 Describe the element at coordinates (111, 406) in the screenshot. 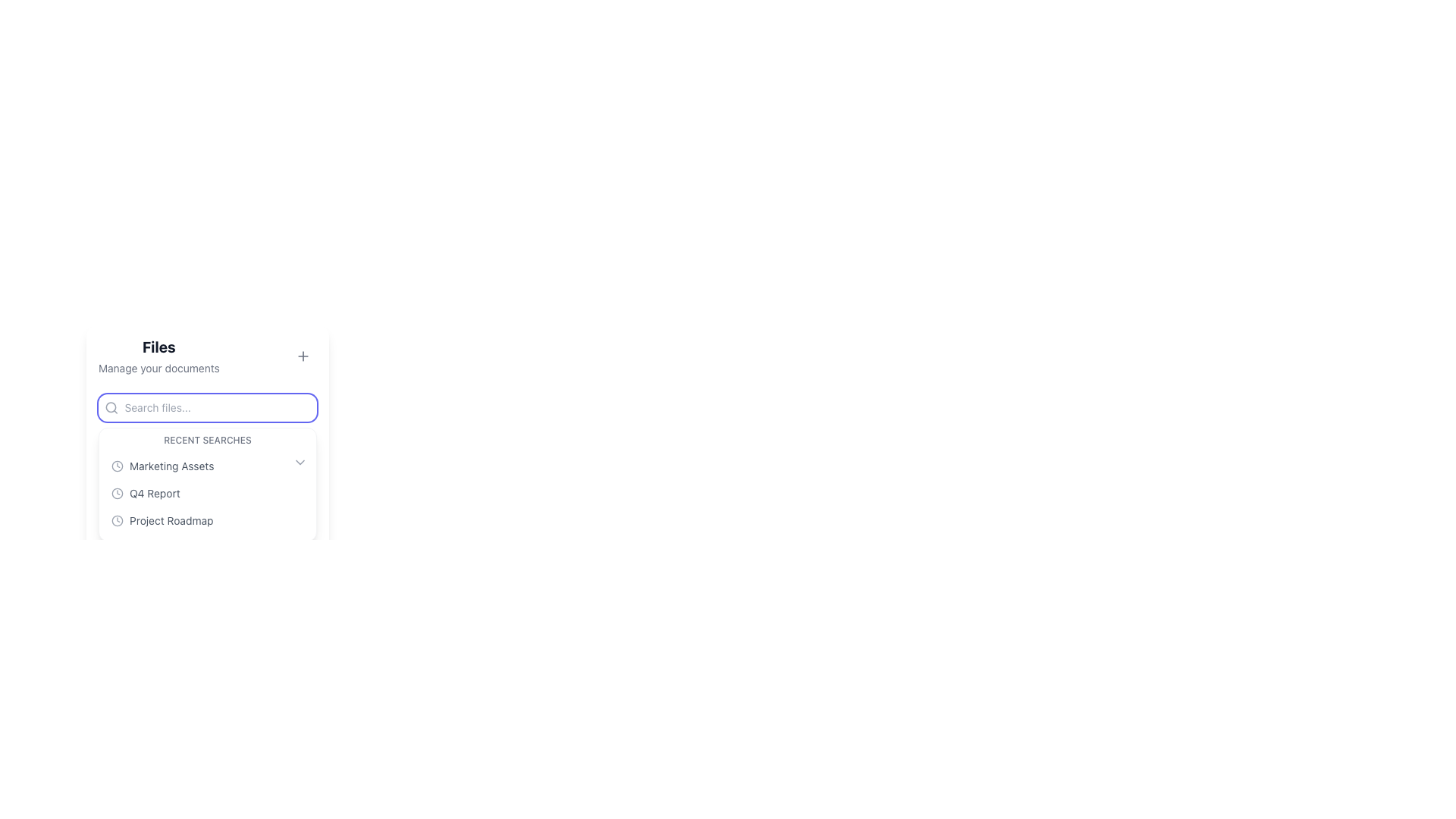

I see `the search icon located at the leftmost position of the search bar, adjacent to the 'Search files...' input field` at that location.